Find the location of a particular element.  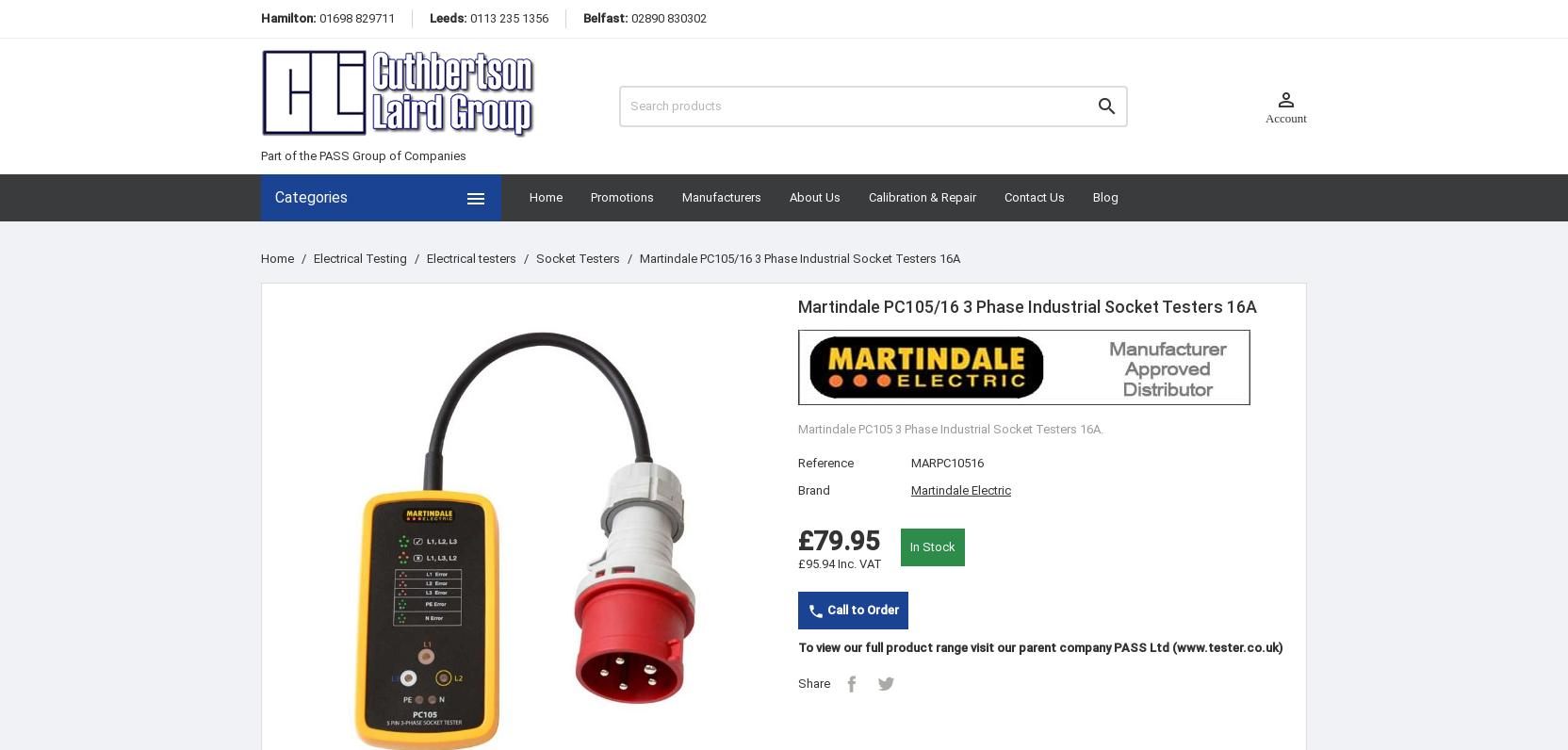

'Sign in' is located at coordinates (1196, 150).